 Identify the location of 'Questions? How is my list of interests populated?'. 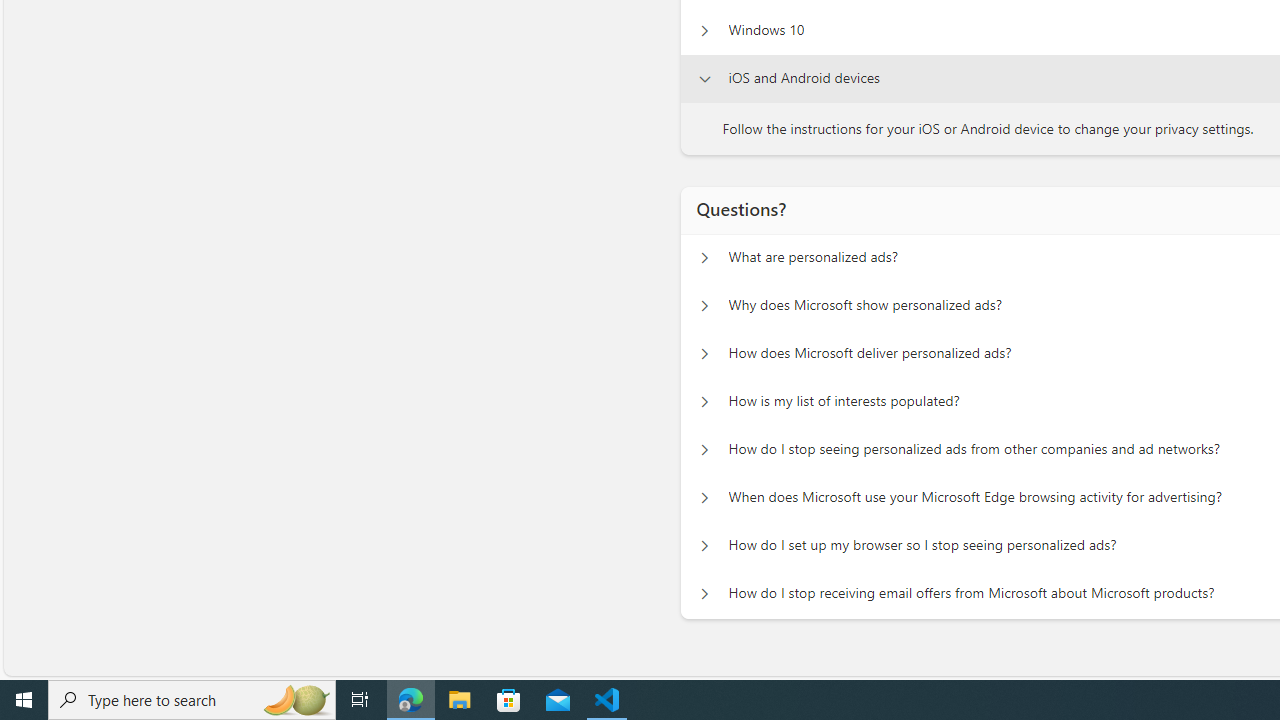
(704, 402).